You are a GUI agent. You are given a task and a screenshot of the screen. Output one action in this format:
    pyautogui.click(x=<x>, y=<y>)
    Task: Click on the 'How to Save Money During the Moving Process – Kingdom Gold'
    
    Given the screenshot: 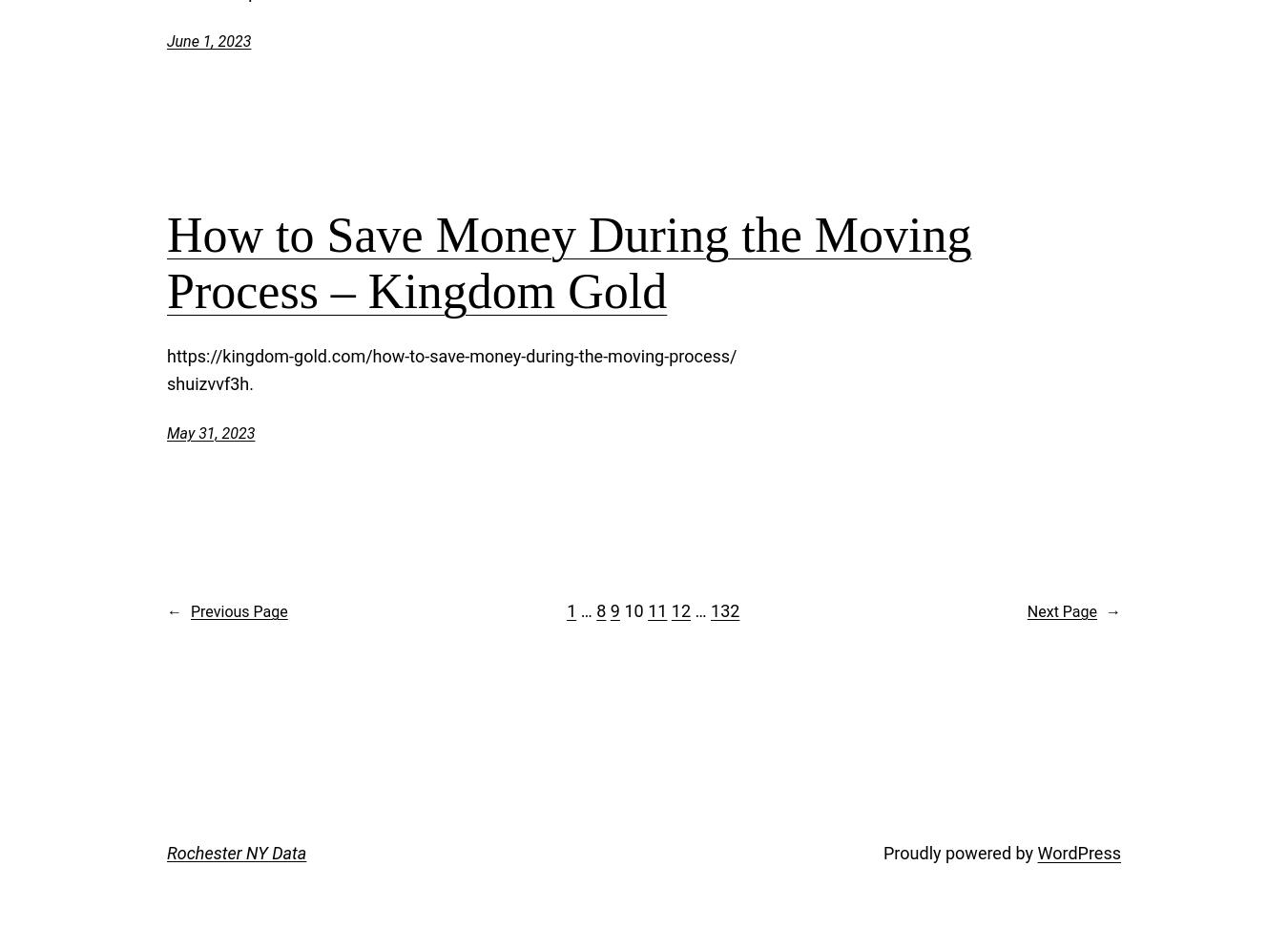 What is the action you would take?
    pyautogui.click(x=569, y=261)
    